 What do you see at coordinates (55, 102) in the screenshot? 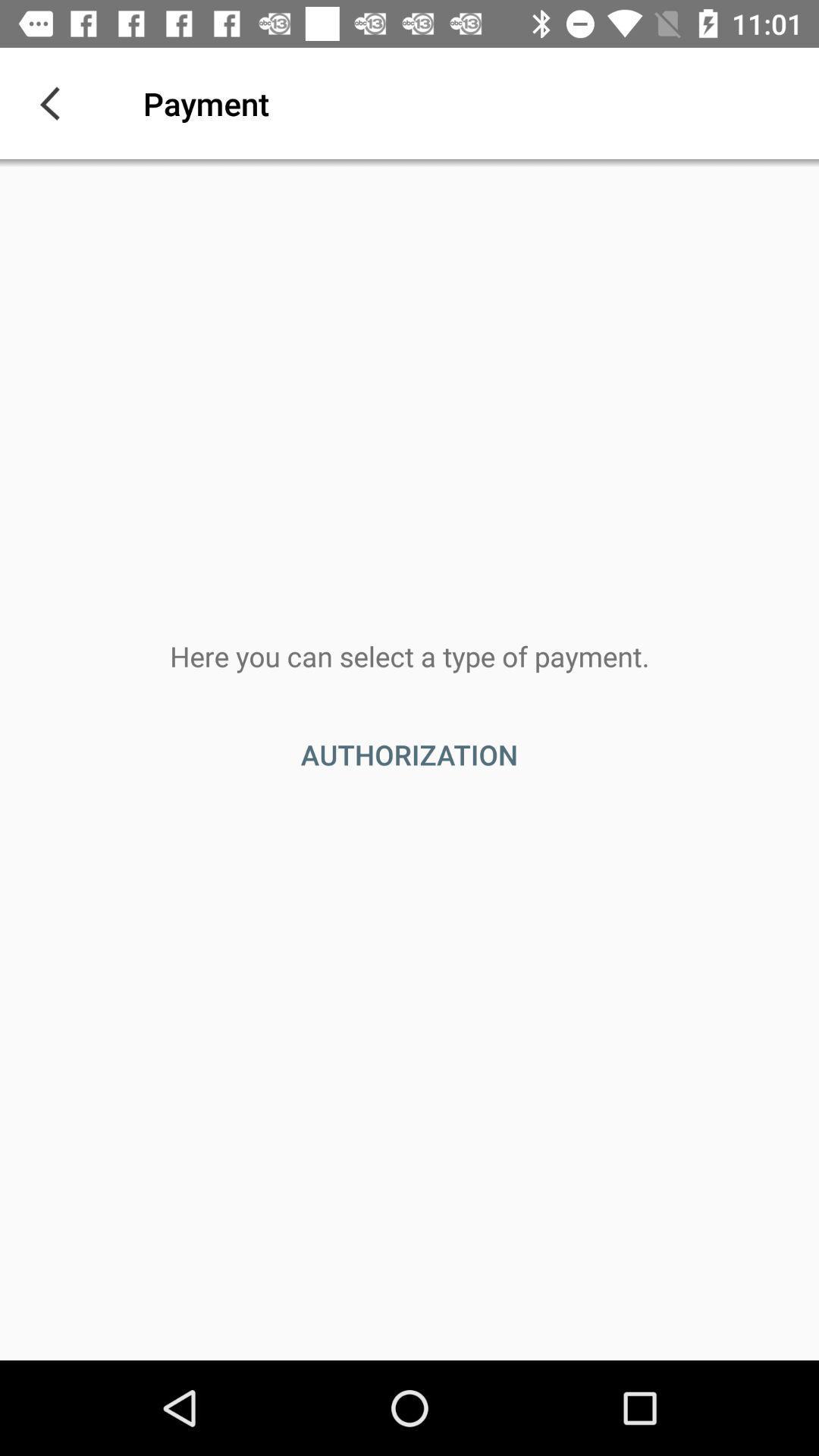
I see `item next to payment item` at bounding box center [55, 102].